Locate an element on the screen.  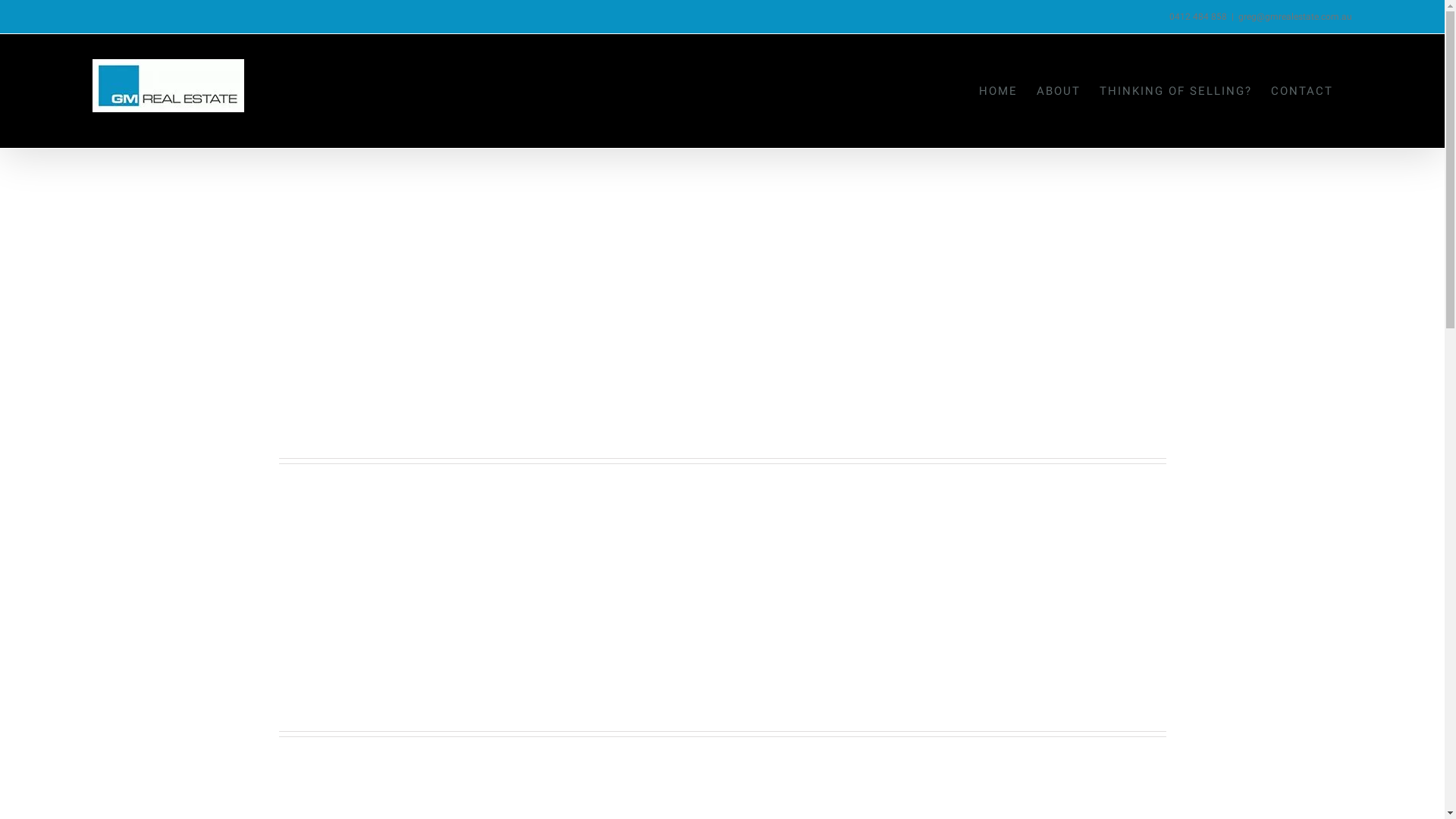
'ABOUT' is located at coordinates (1058, 90).